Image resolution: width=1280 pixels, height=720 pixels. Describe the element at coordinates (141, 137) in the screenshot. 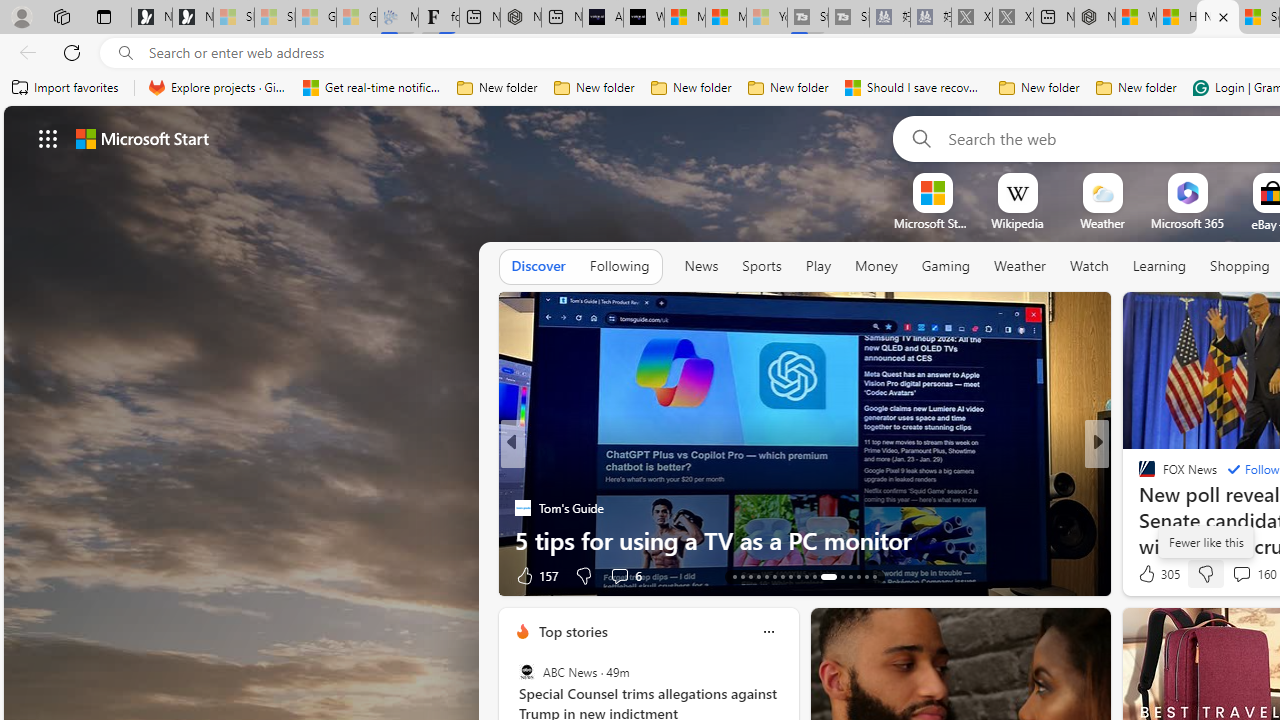

I see `'Microsoft start'` at that location.